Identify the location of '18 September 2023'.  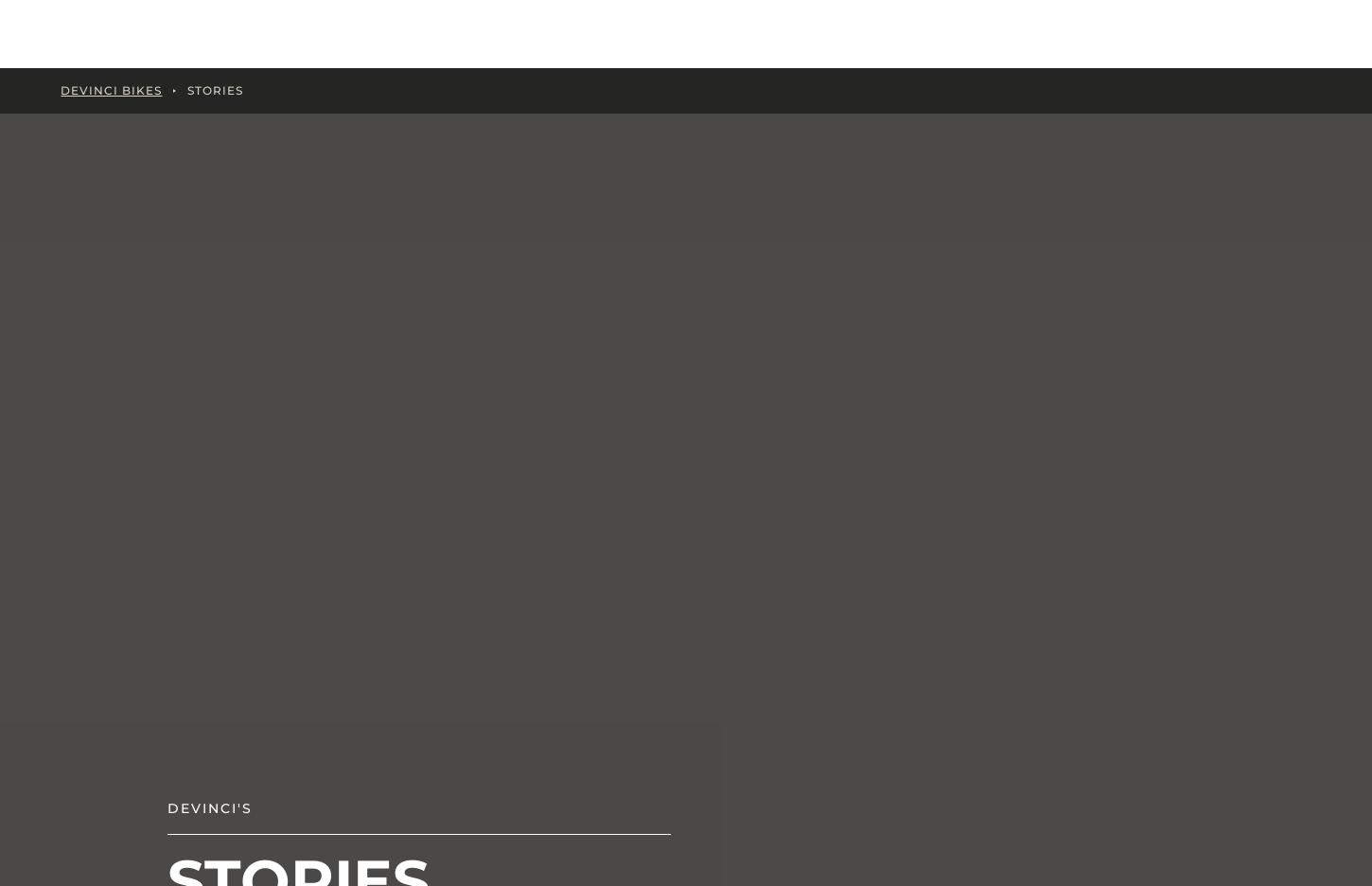
(1086, 368).